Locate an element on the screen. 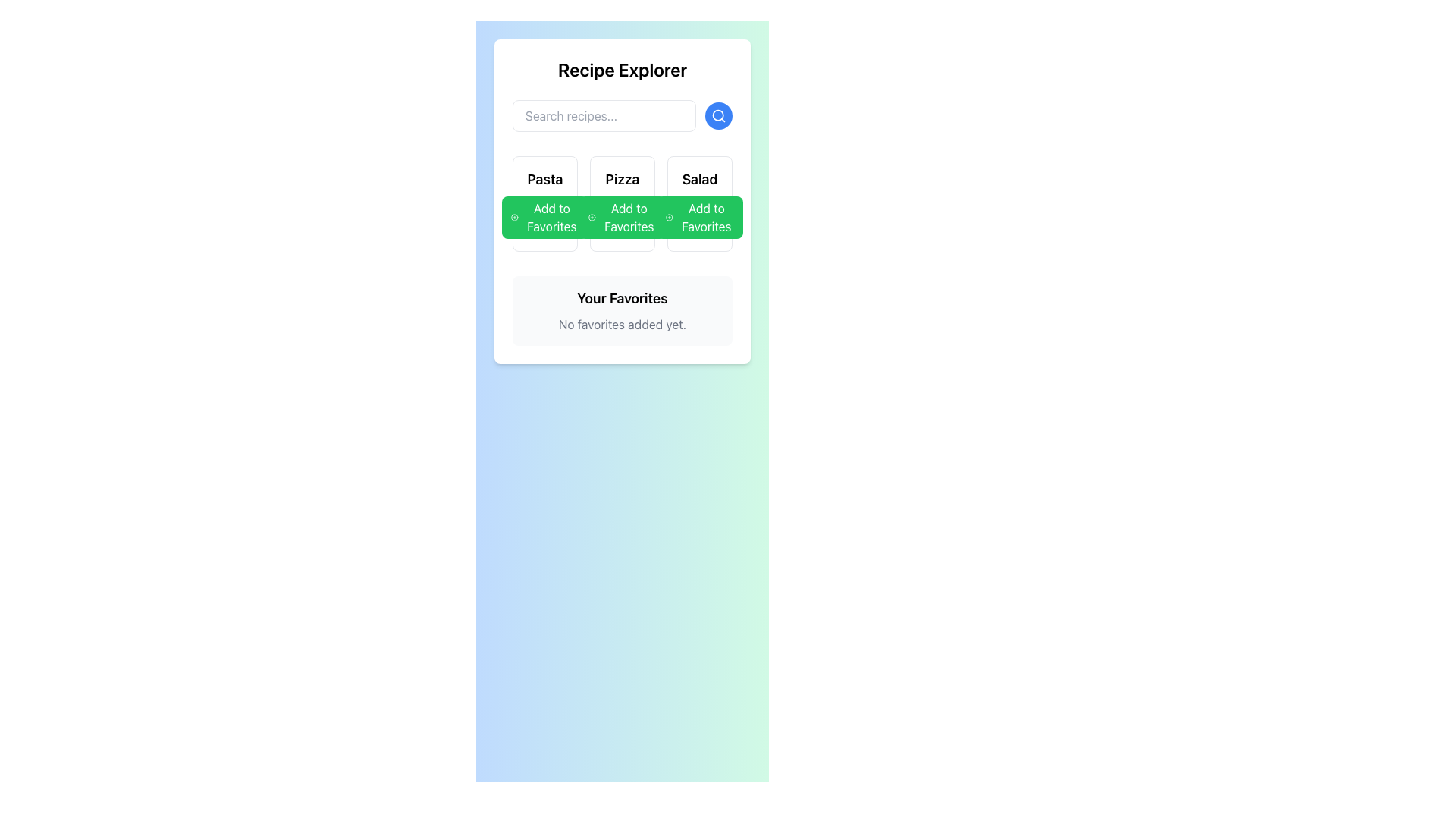 This screenshot has width=1456, height=819. the 'Your Favorites' display section which indicates the user's current list of favorite recipes is located at coordinates (622, 309).